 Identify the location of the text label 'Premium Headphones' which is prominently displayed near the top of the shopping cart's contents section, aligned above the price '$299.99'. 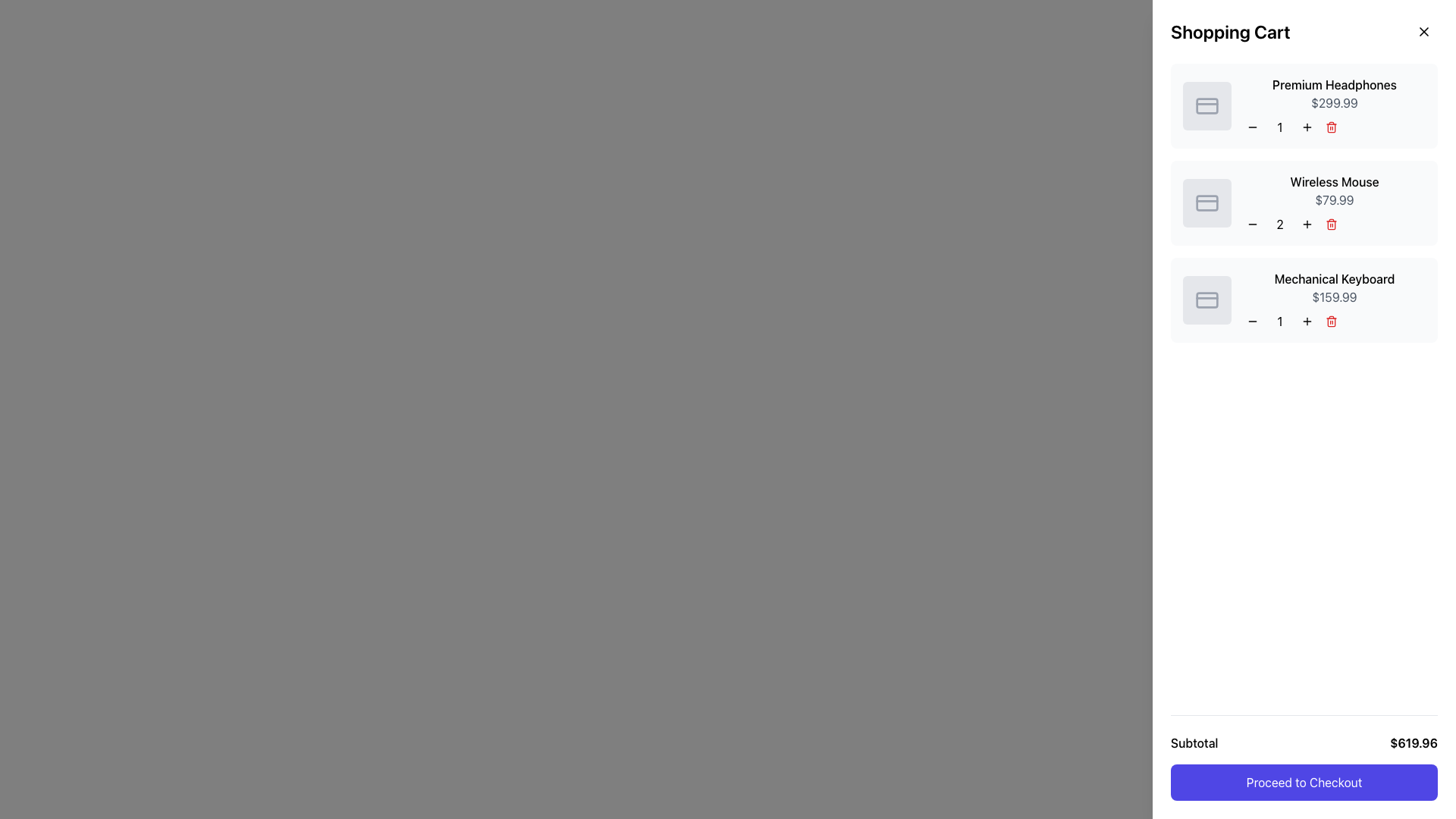
(1335, 84).